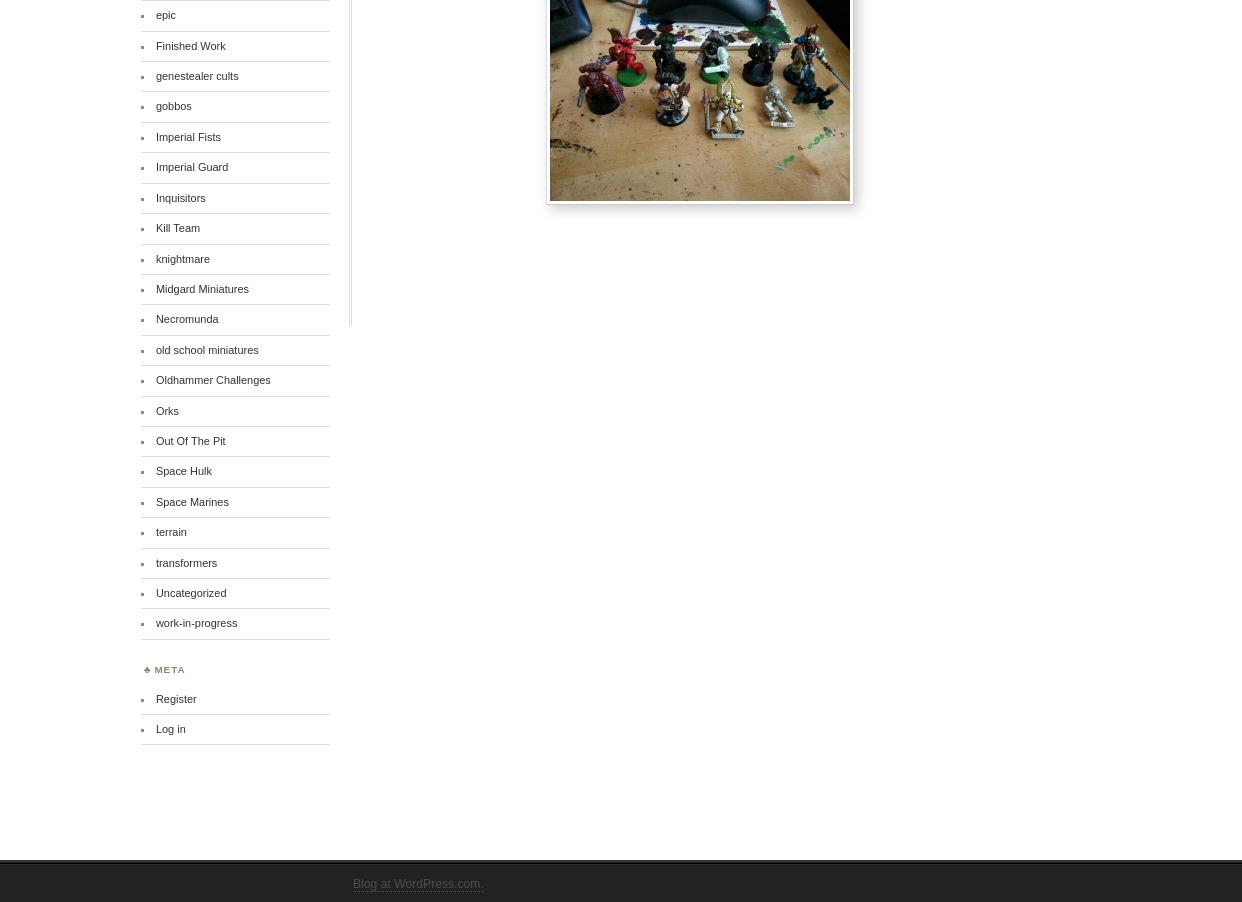  I want to click on 'Orks', so click(166, 409).